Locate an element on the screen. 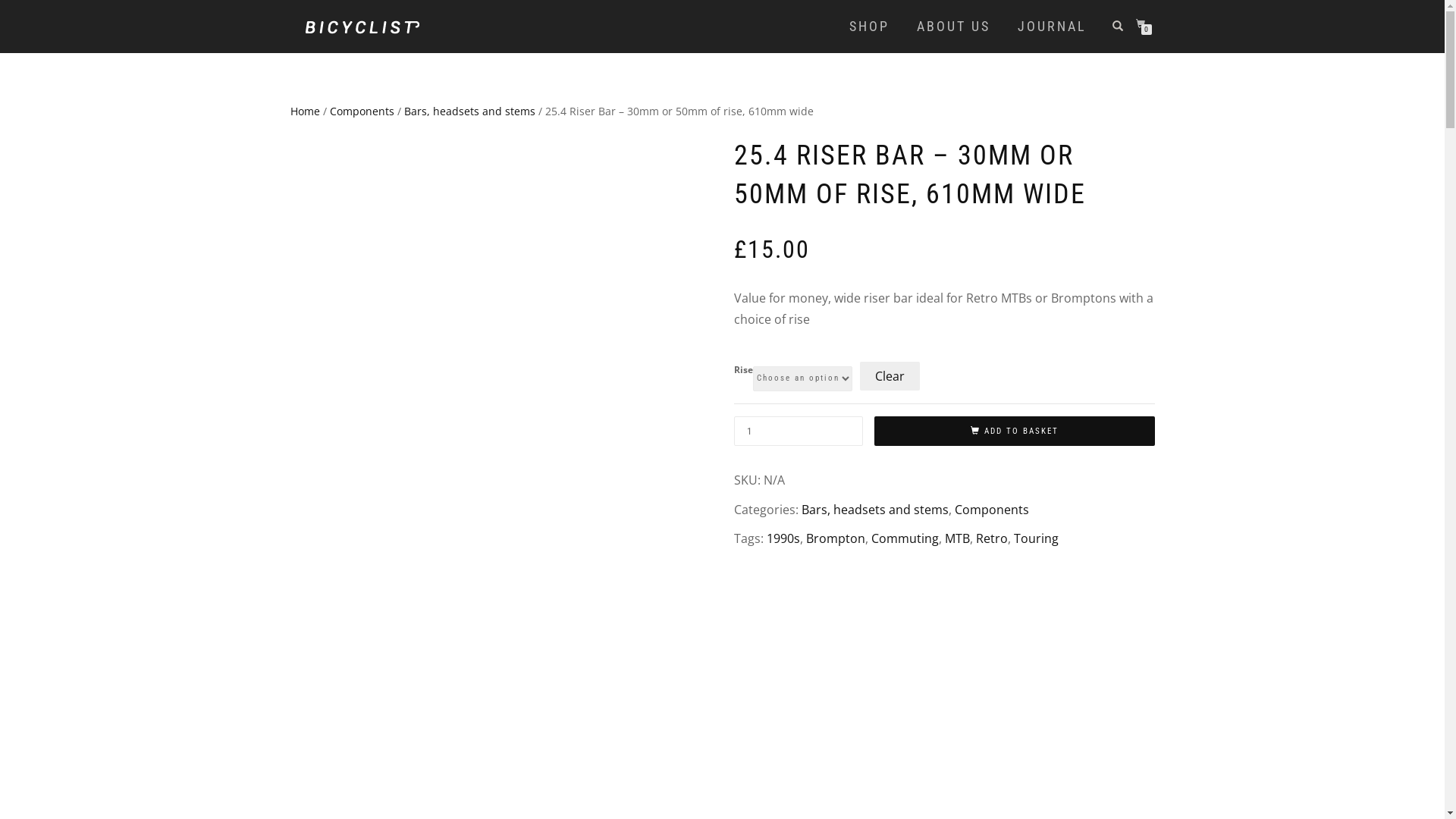 The image size is (1456, 819). 'ADD TO BASKET' is located at coordinates (1014, 431).